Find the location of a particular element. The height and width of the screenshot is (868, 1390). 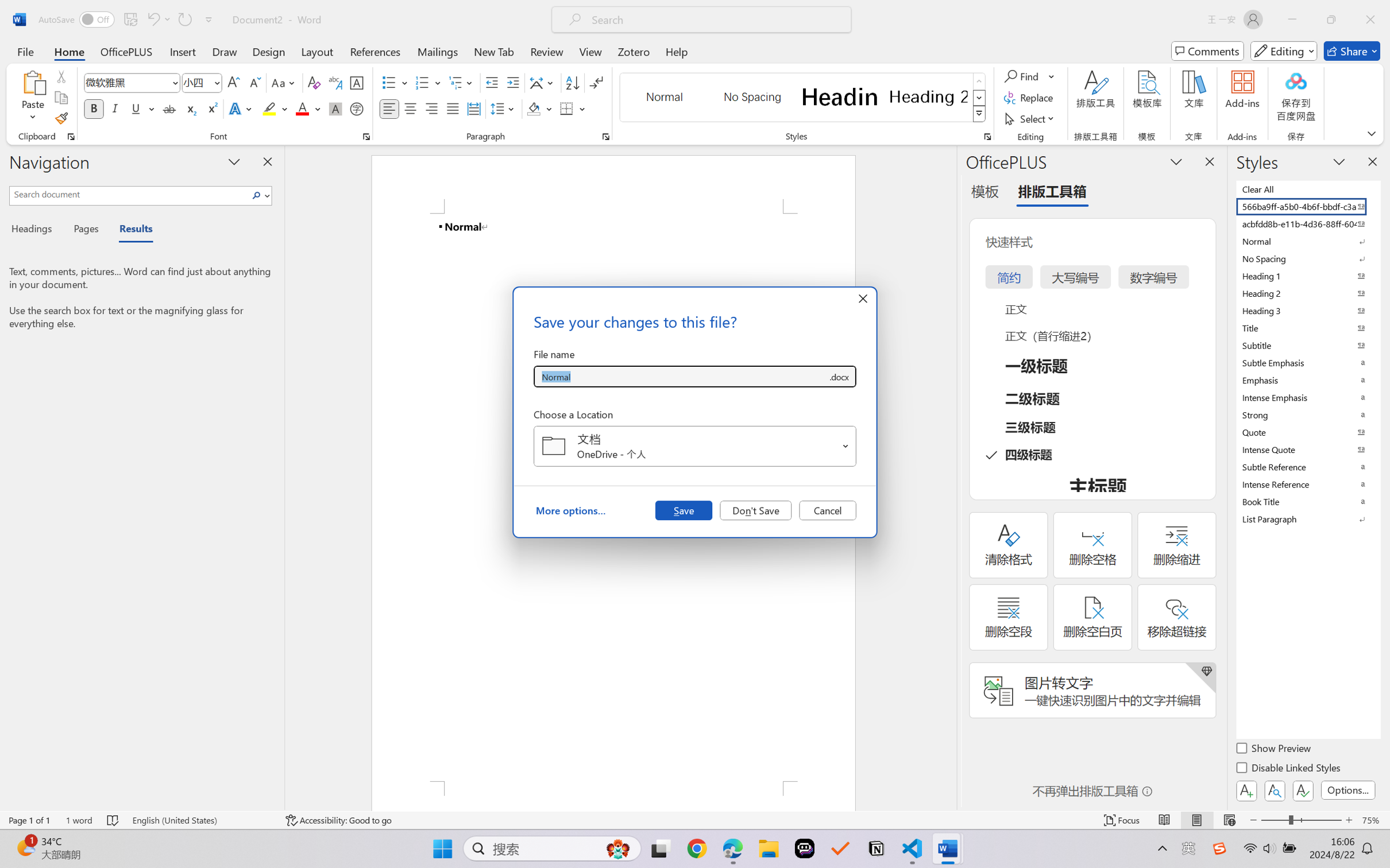

'Minimize' is located at coordinates (1292, 19).